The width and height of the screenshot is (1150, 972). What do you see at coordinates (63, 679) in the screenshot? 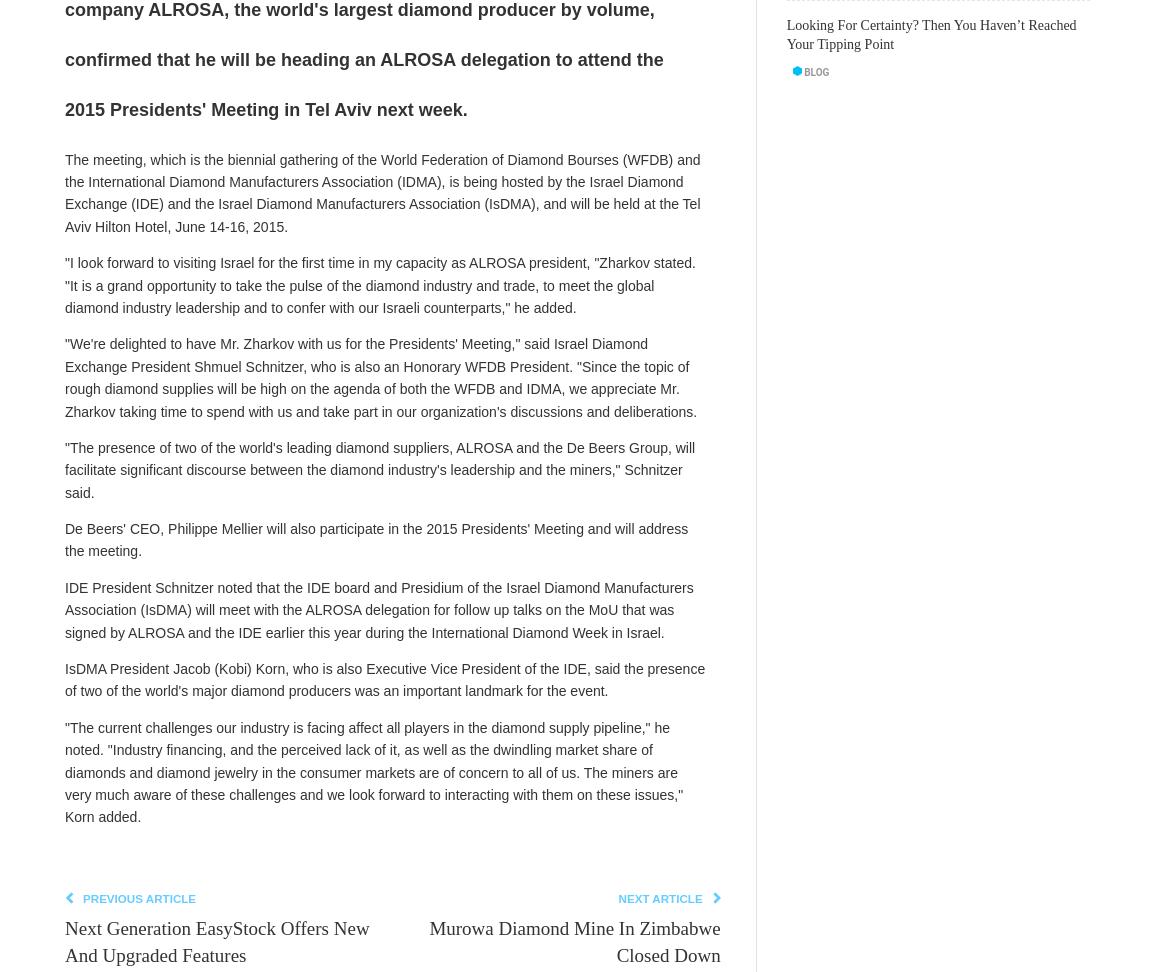
I see `'IsDMA President Jacob (Kobi) Korn, who is also Executive Vice President of the IDE, said the presence of two of the world's major diamond producers was an important landmark for the event.'` at bounding box center [63, 679].